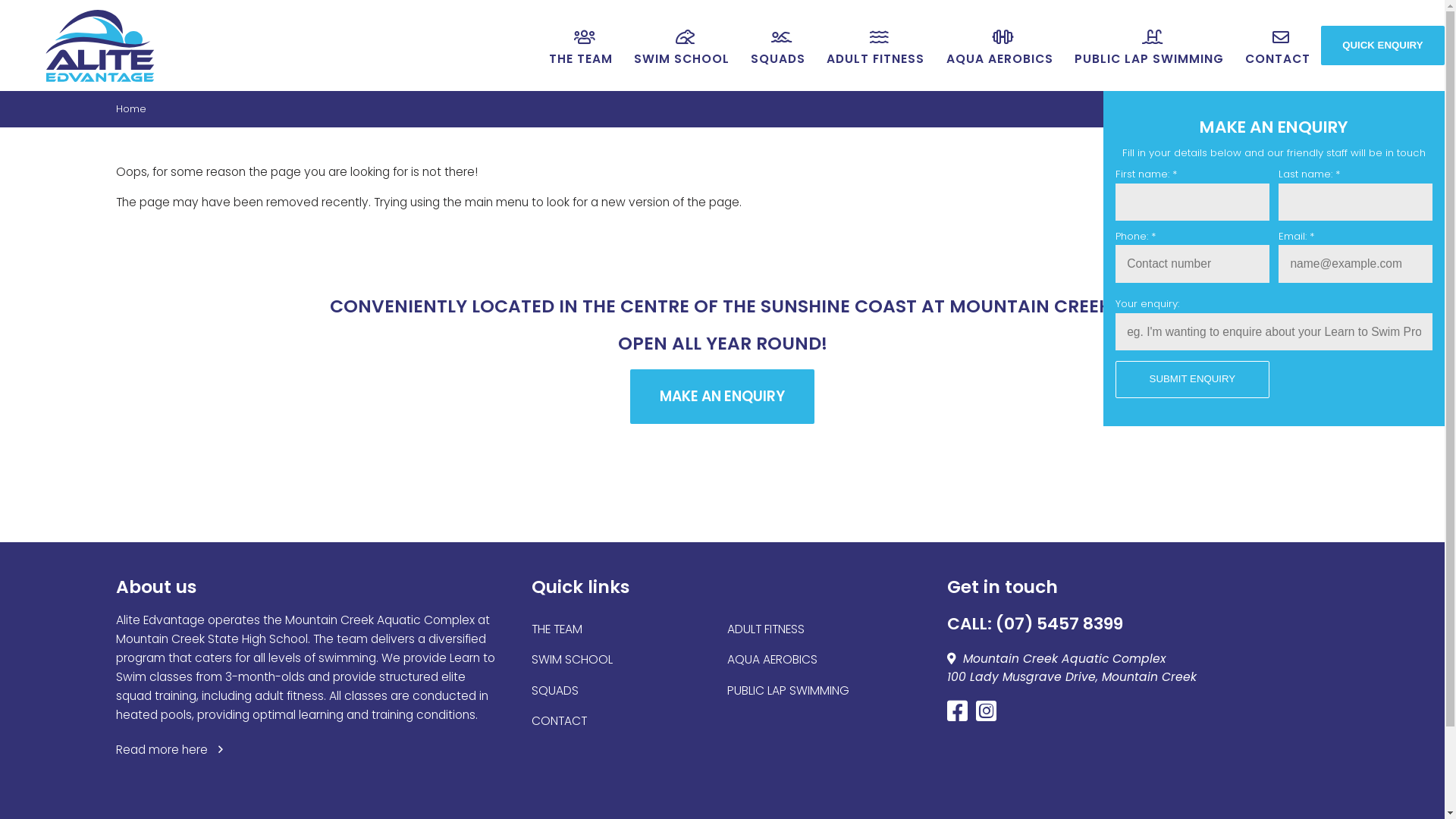  I want to click on 'CONTACT', so click(558, 720).